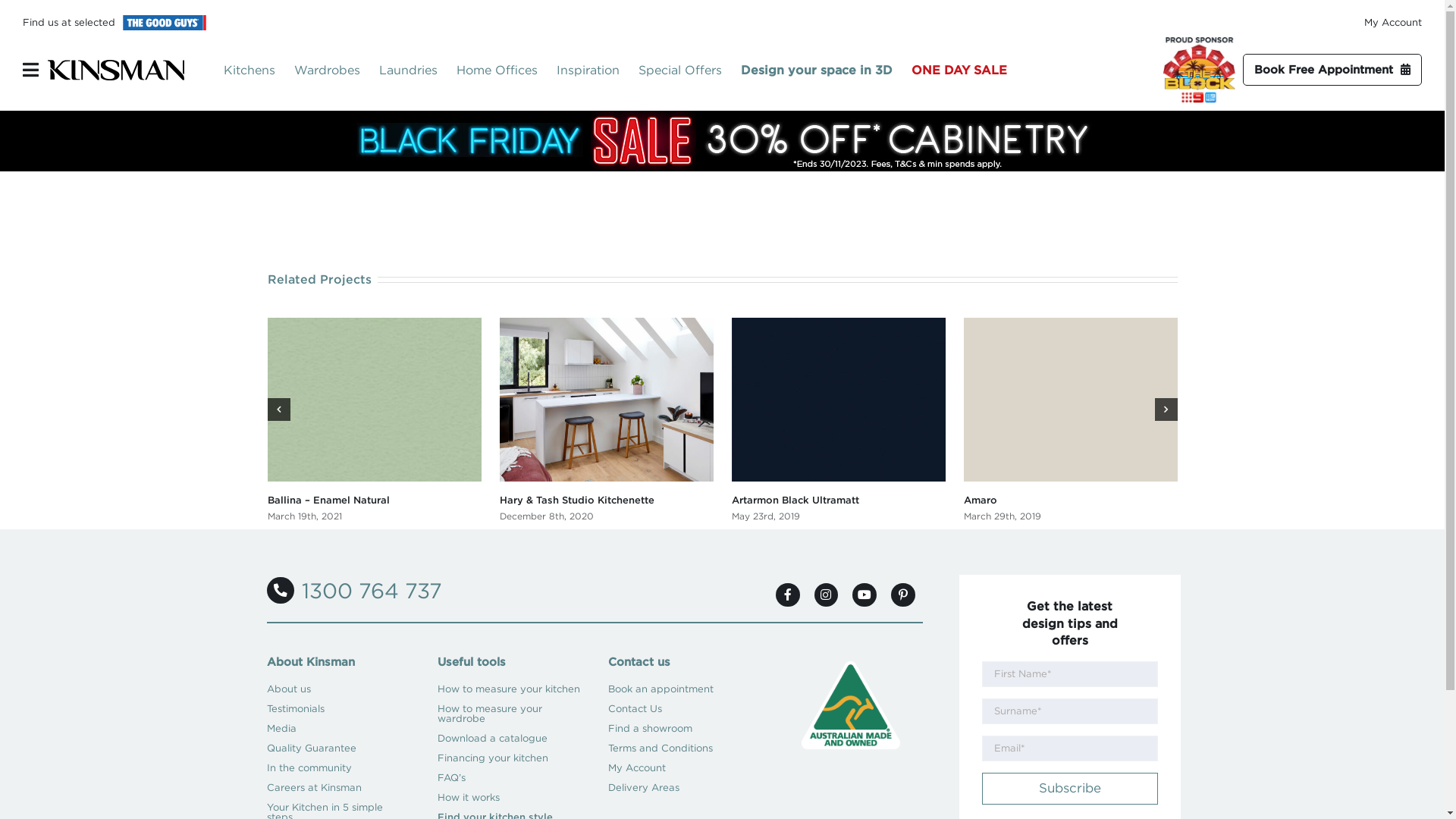  I want to click on 'Design your space in 3D', so click(825, 70).